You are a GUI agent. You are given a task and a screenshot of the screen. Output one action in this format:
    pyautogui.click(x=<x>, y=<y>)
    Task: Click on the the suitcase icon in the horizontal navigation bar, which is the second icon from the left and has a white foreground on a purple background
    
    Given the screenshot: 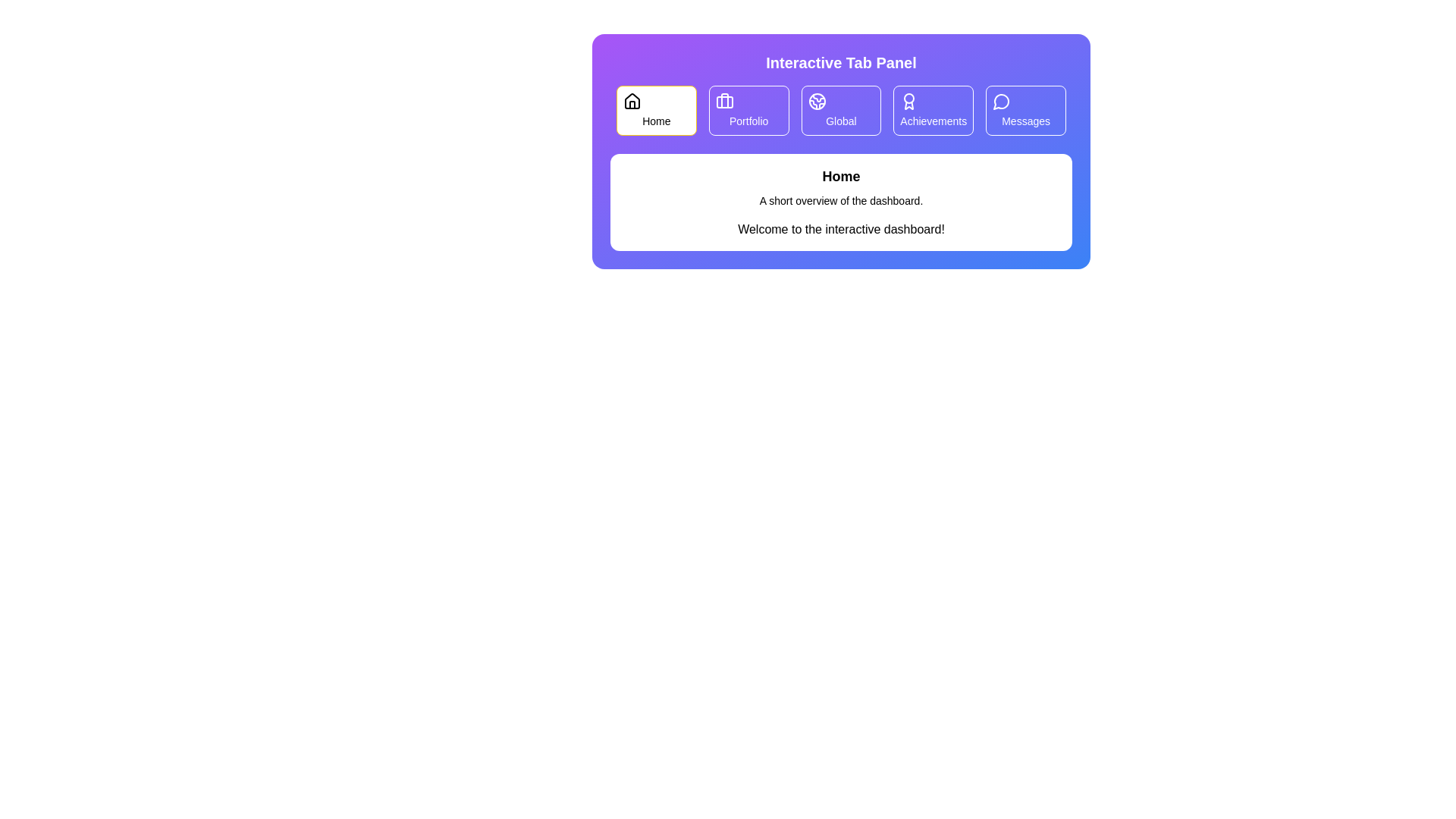 What is the action you would take?
    pyautogui.click(x=723, y=102)
    